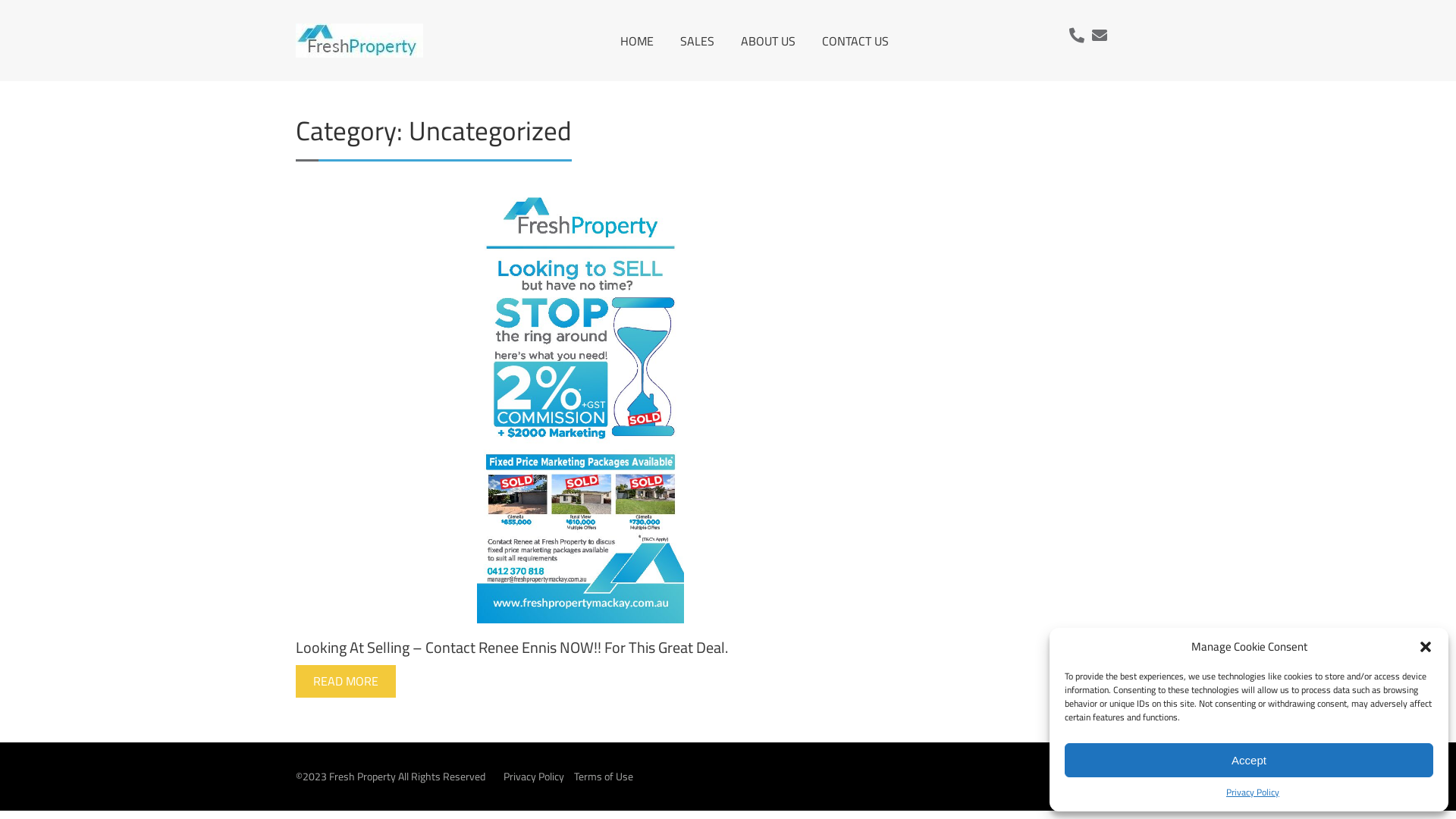 The width and height of the screenshot is (1456, 819). I want to click on 'HOME', so click(620, 40).